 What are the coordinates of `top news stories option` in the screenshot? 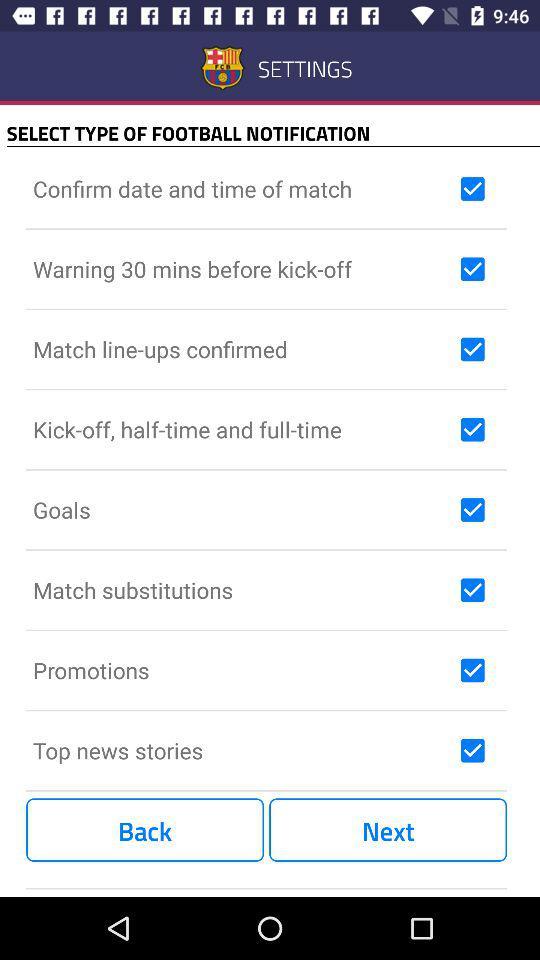 It's located at (472, 749).